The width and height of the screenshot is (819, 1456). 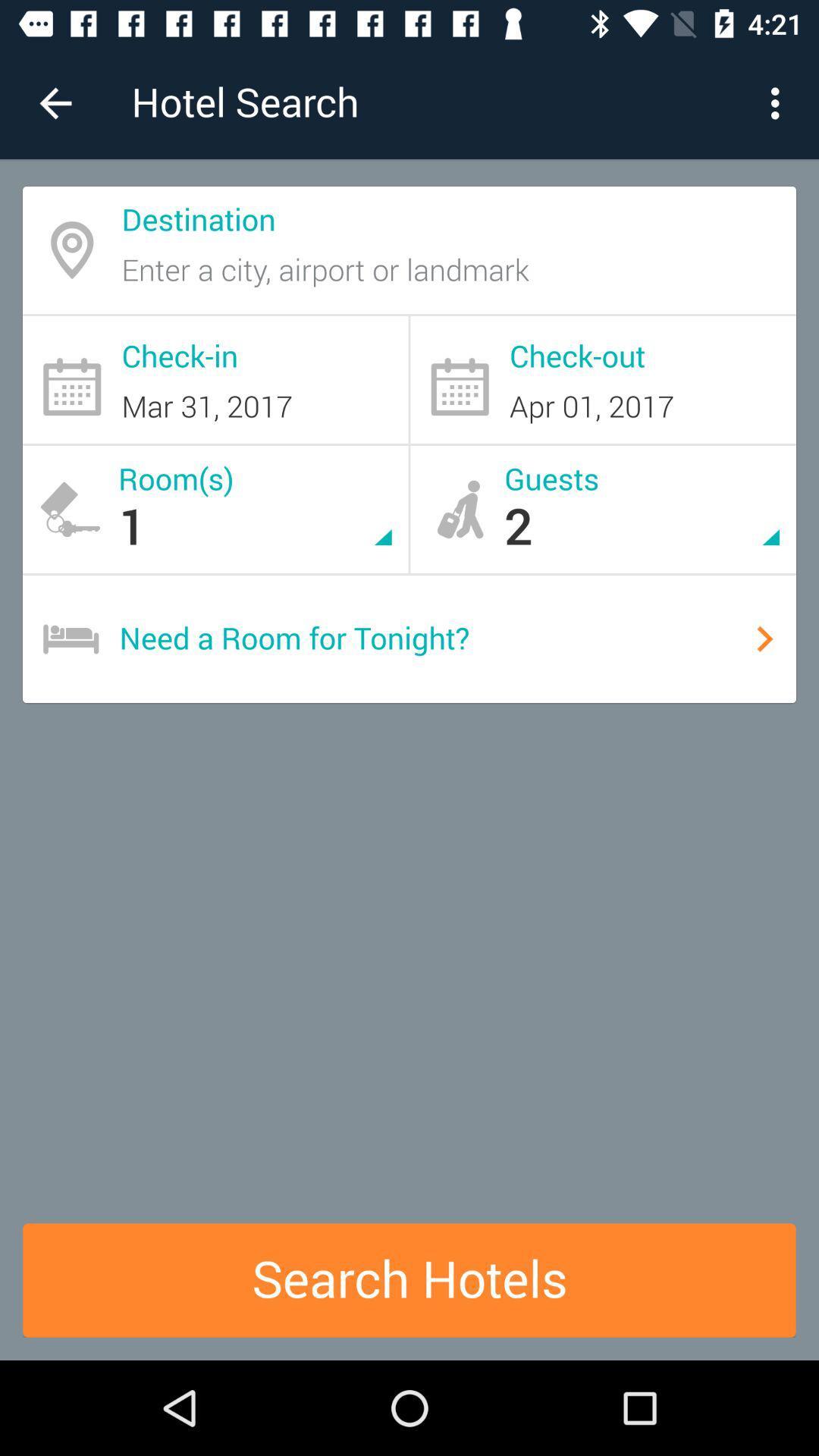 What do you see at coordinates (409, 1279) in the screenshot?
I see `the search hotels icon` at bounding box center [409, 1279].